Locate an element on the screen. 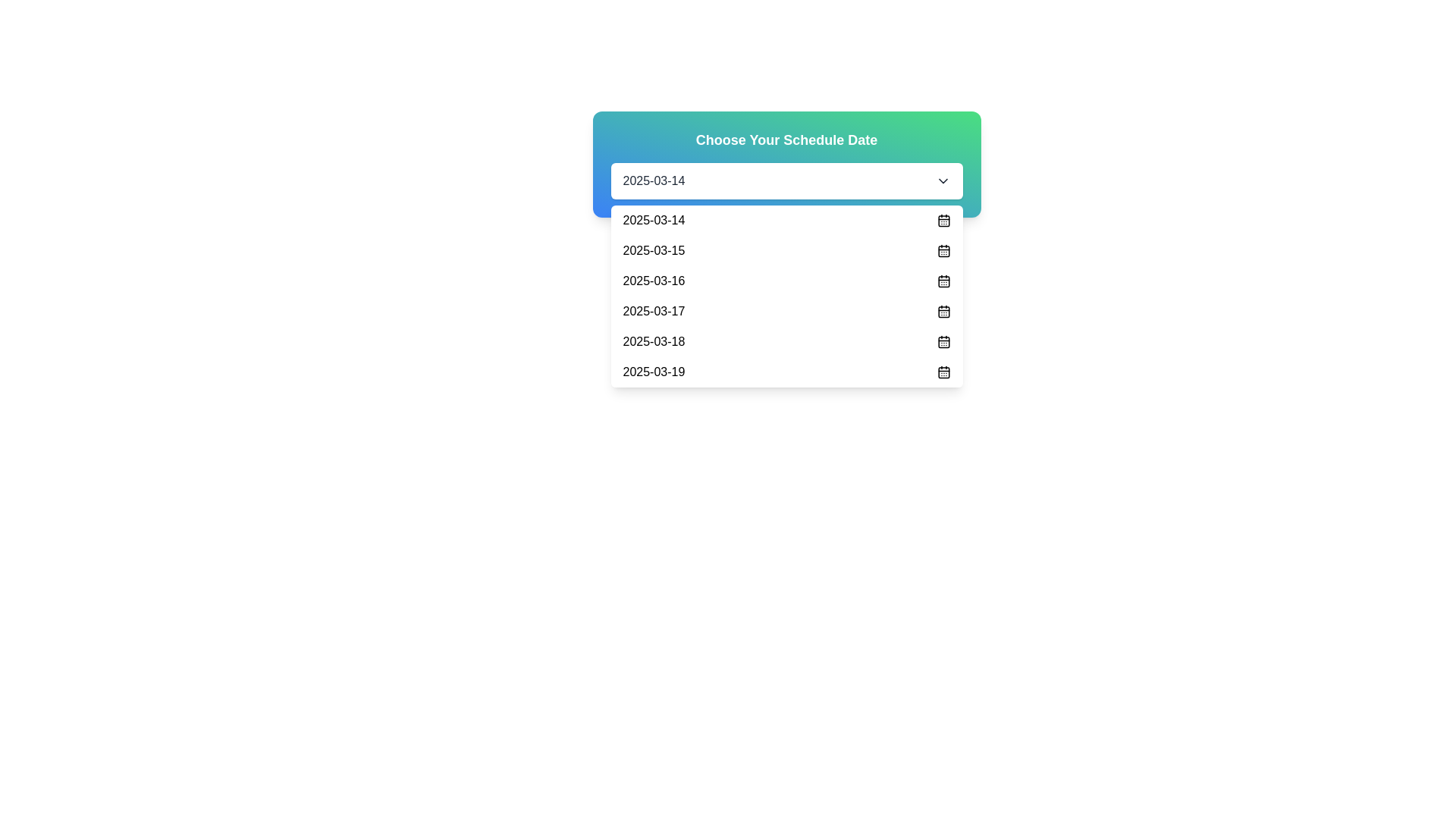 The height and width of the screenshot is (819, 1456). the text '2025-03-14' in the dropdown list item is located at coordinates (654, 220).